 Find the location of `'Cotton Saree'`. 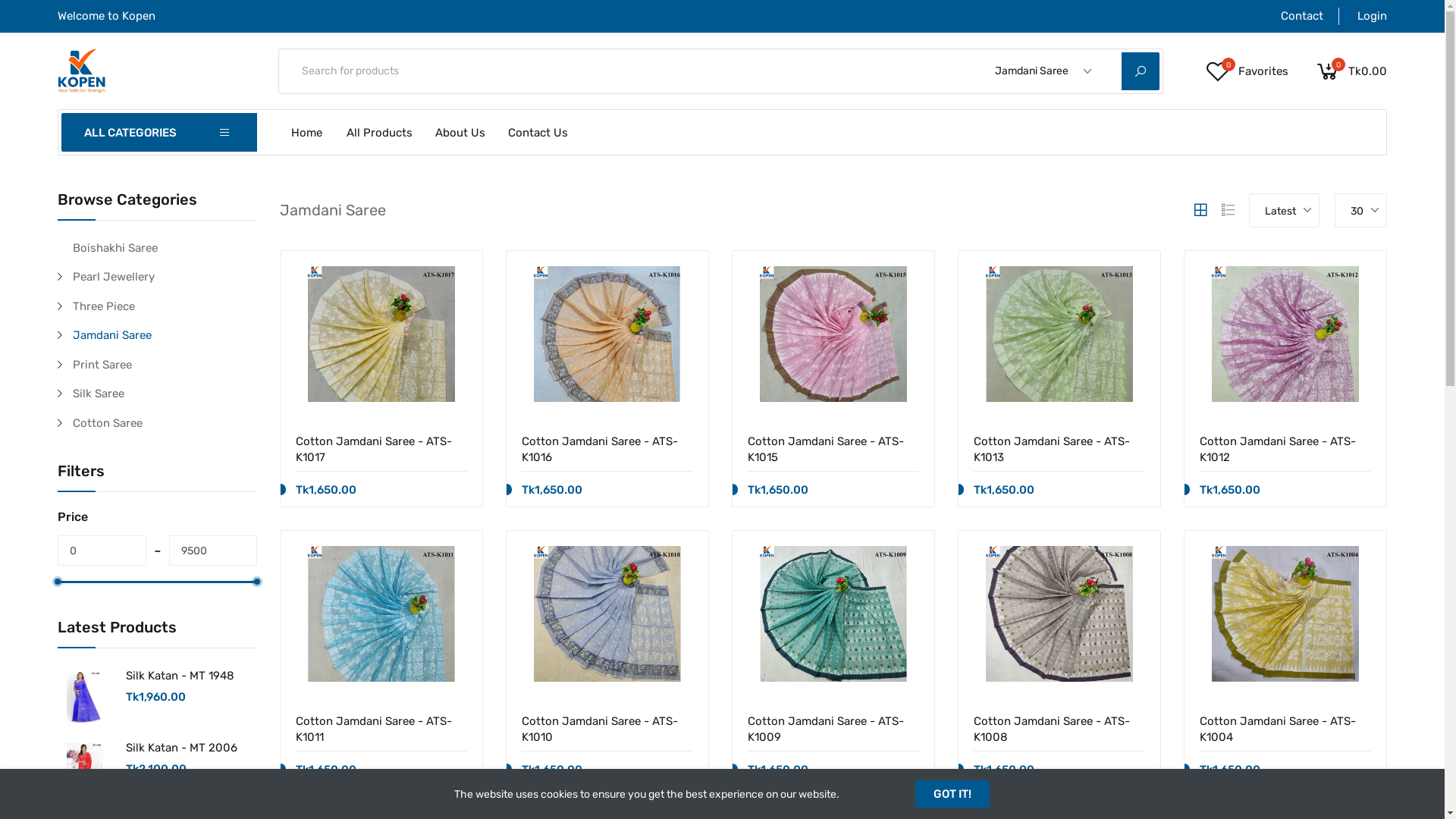

'Cotton Saree' is located at coordinates (165, 422).